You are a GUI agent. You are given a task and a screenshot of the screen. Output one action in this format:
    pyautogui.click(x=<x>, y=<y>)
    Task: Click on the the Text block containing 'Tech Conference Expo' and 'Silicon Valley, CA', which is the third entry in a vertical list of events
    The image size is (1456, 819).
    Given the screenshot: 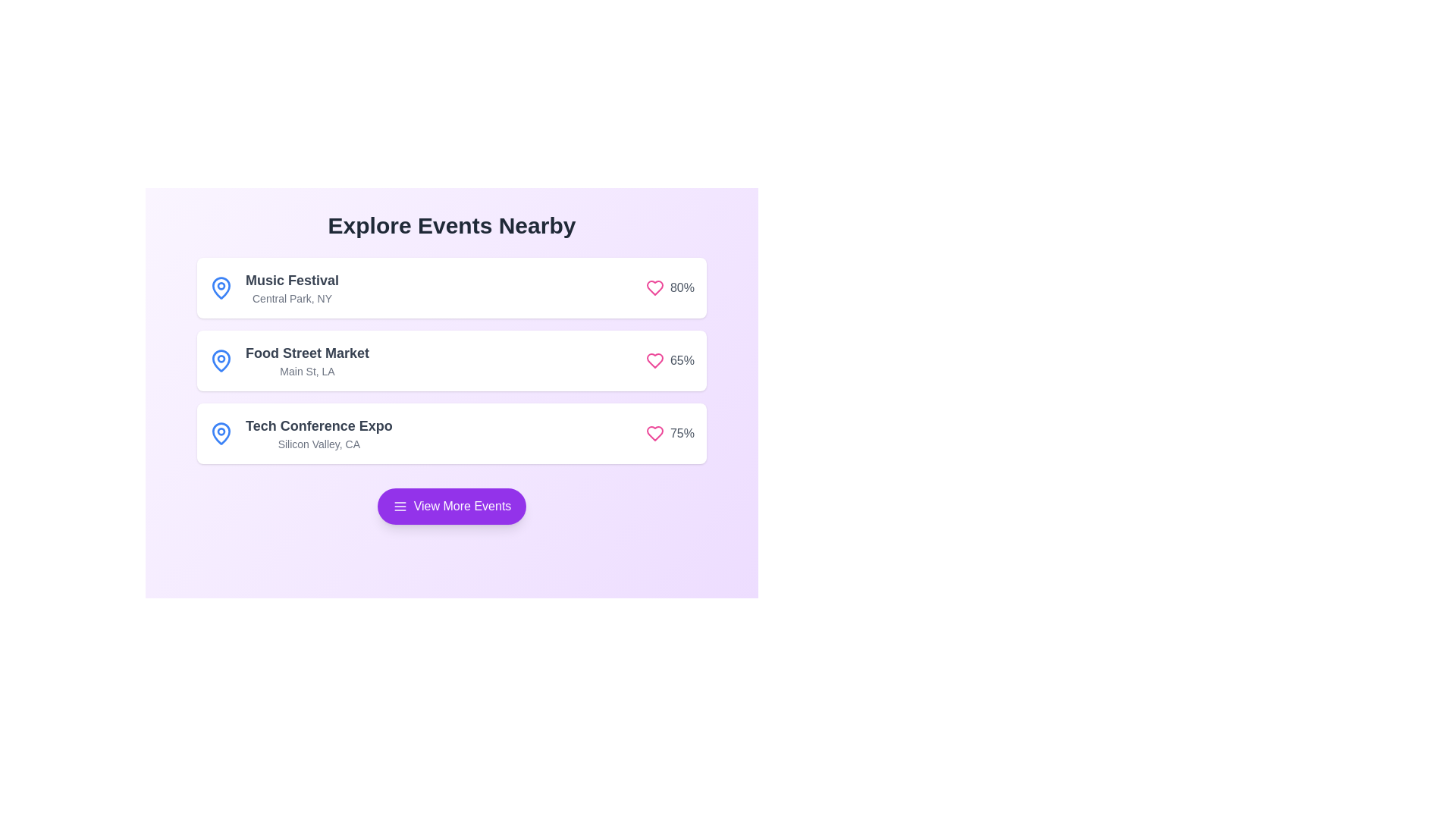 What is the action you would take?
    pyautogui.click(x=318, y=433)
    